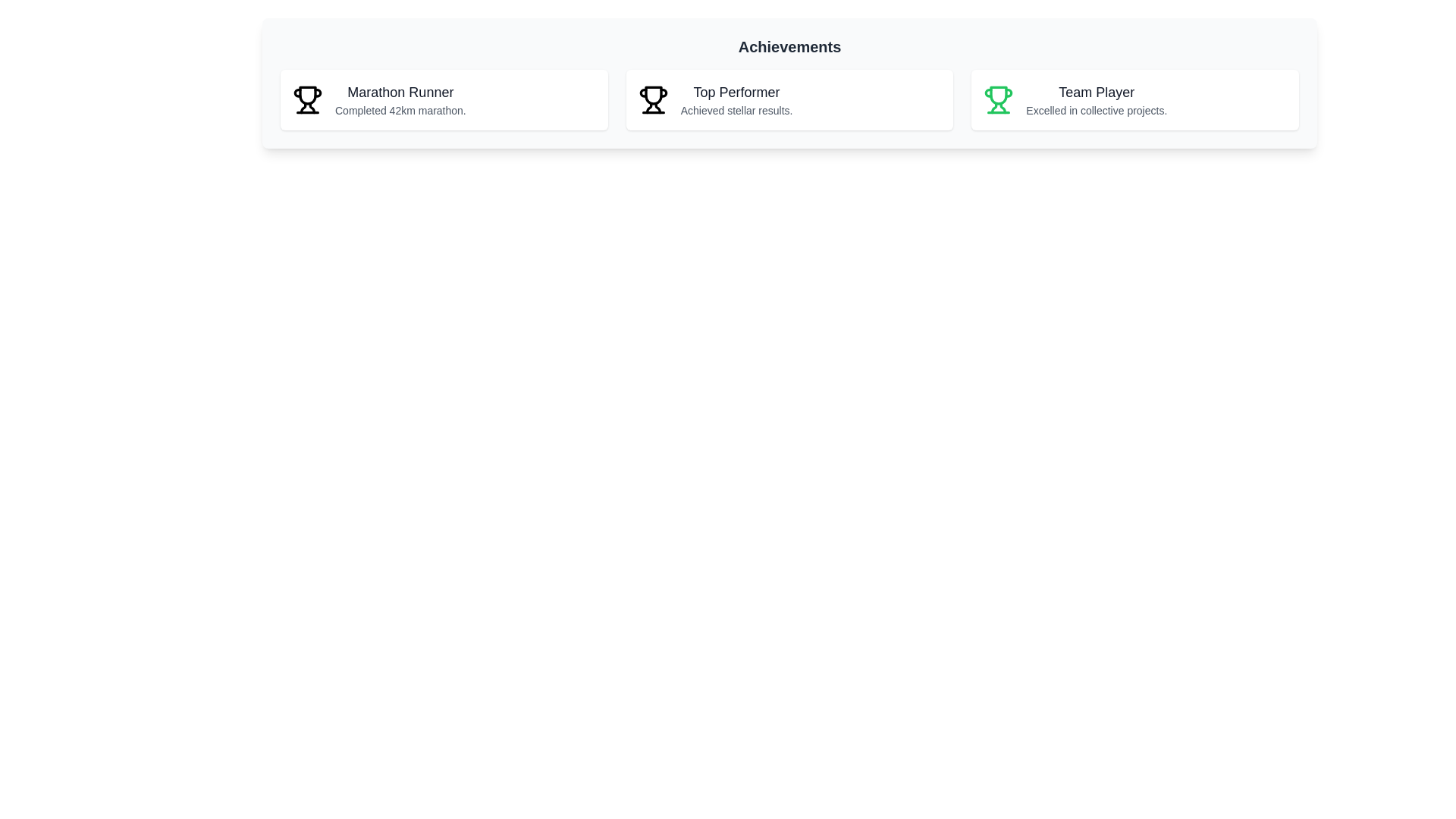 The height and width of the screenshot is (819, 1456). What do you see at coordinates (400, 93) in the screenshot?
I see `the bold title text label denoting the achievement 'Marathon Runner' located at the top left of the card` at bounding box center [400, 93].